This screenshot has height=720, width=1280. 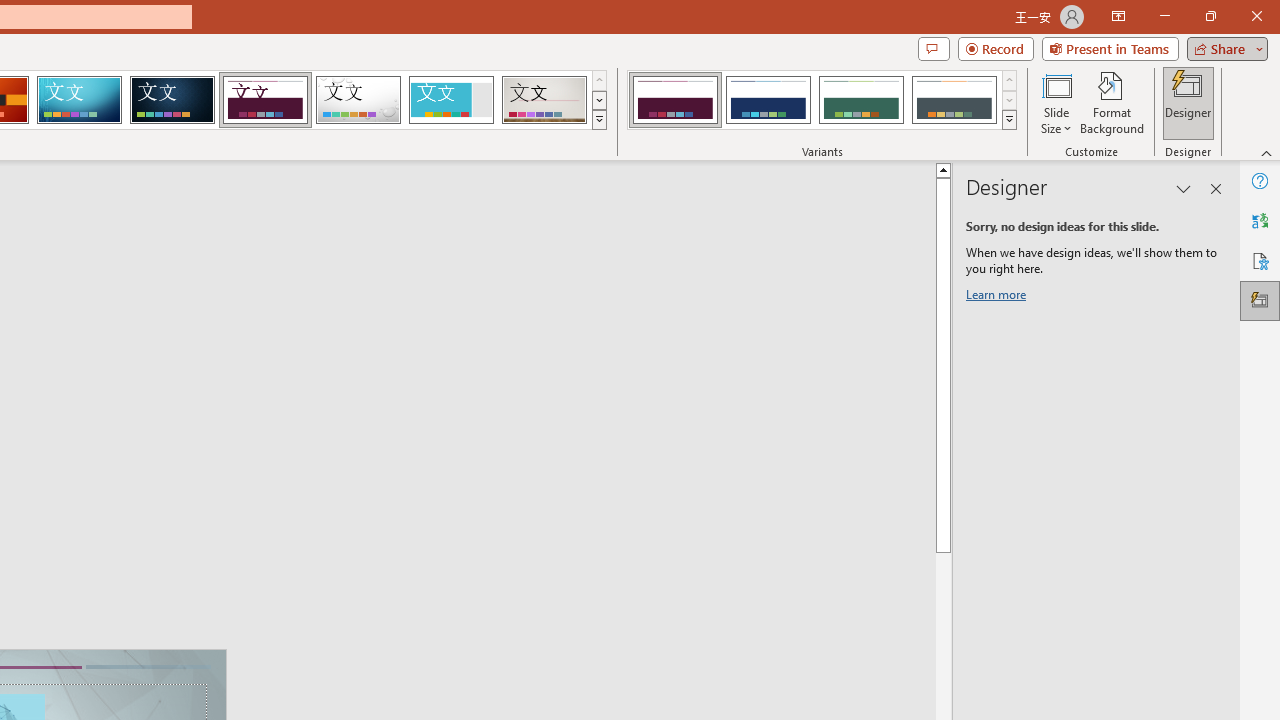 I want to click on 'Translator', so click(x=1259, y=221).